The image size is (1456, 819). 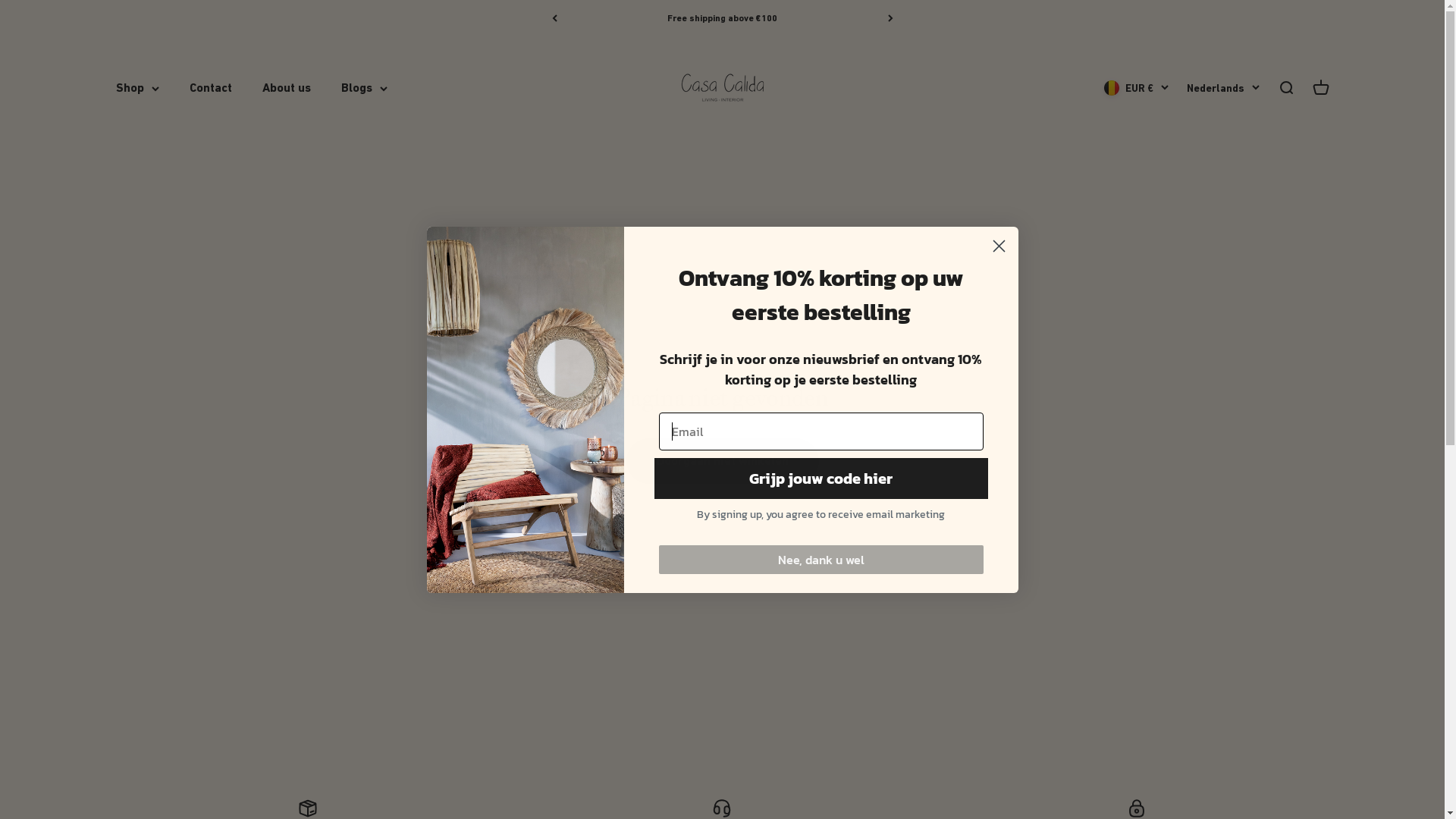 What do you see at coordinates (1284, 87) in the screenshot?
I see `'Zoeken openen'` at bounding box center [1284, 87].